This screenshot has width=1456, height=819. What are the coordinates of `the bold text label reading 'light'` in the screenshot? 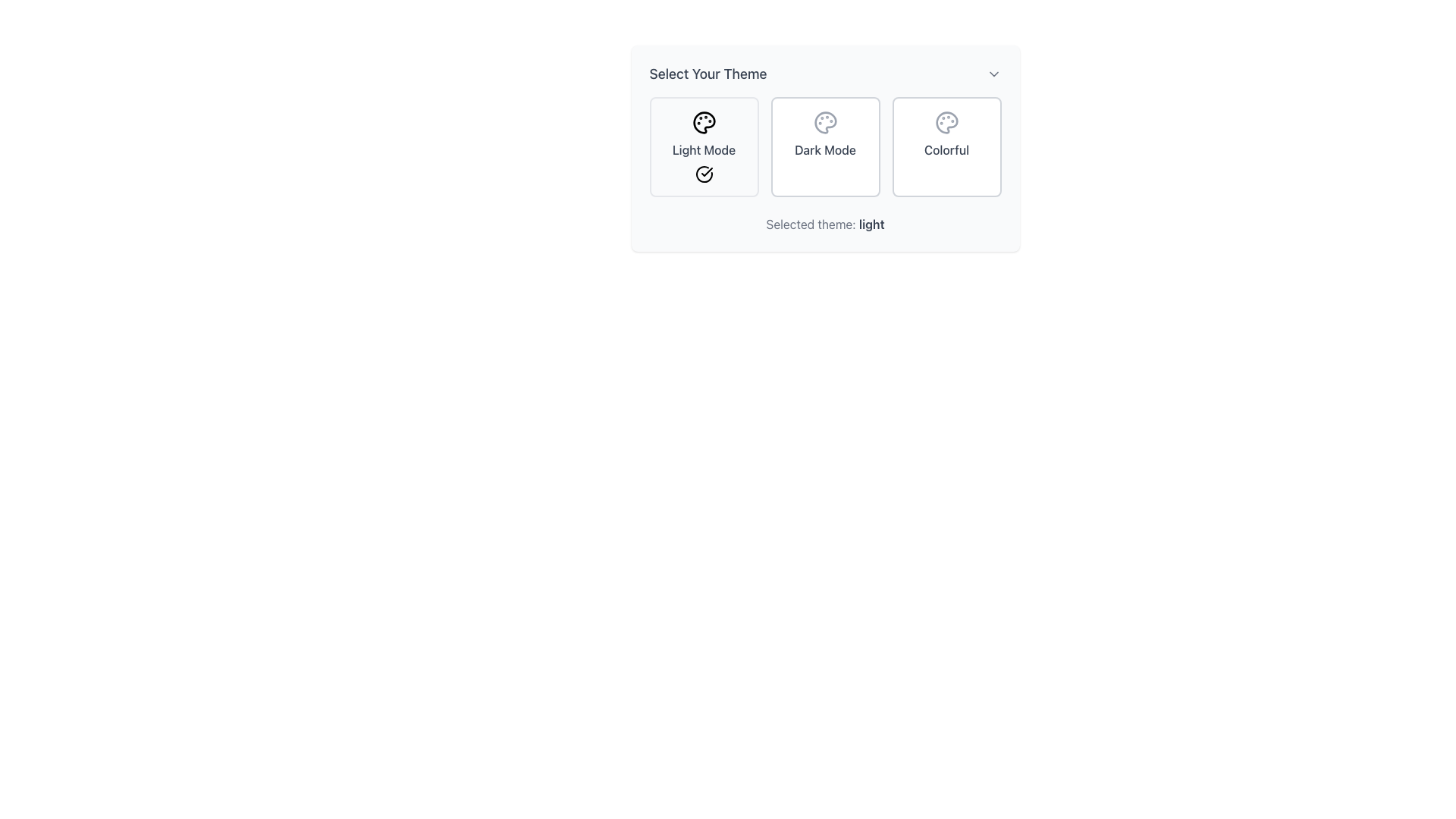 It's located at (871, 224).